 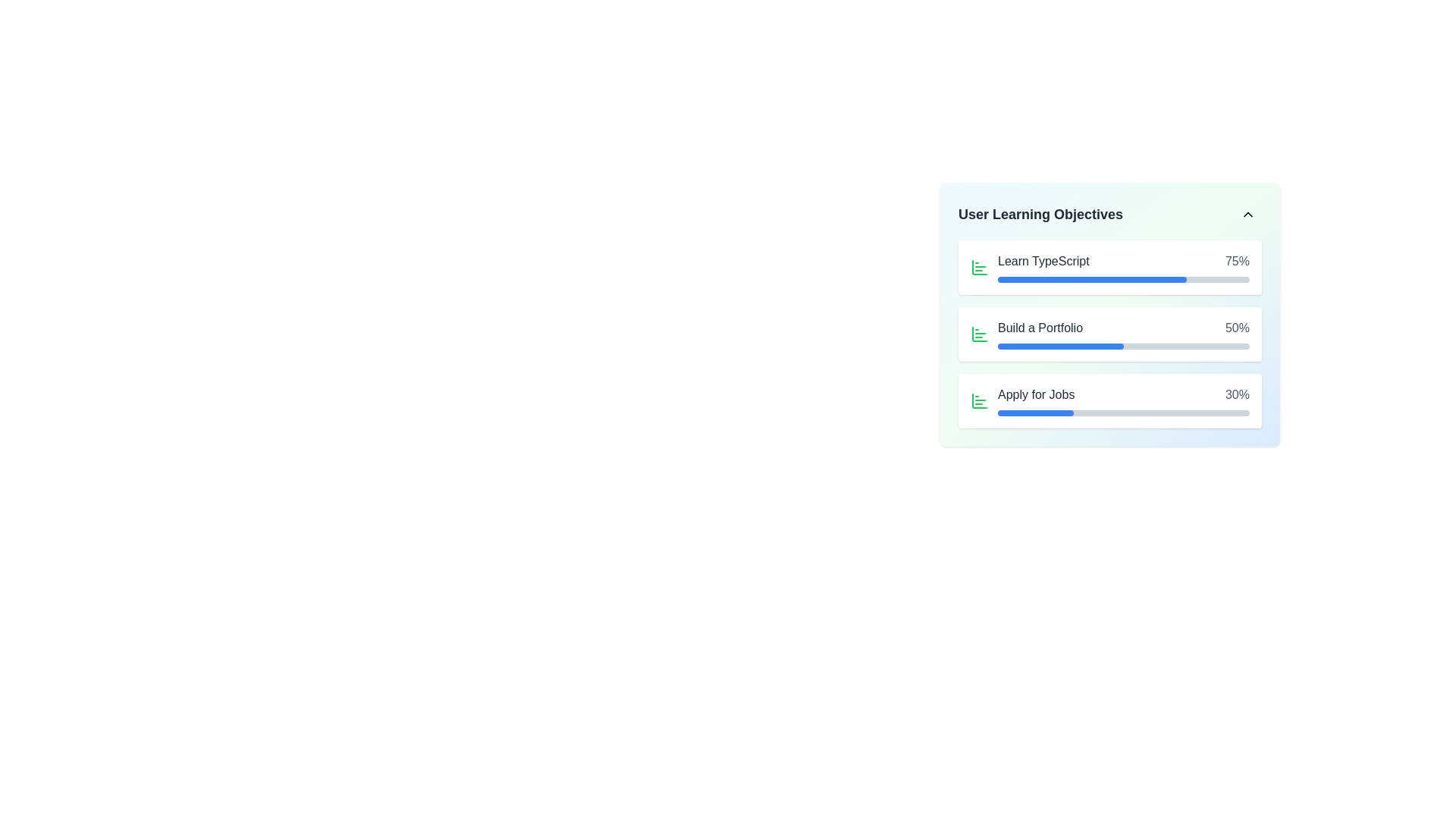 What do you see at coordinates (979, 267) in the screenshot?
I see `the icon representing the learning objective 'Learn TypeScript', which is the first icon located to the left of the item's title and adjacent to the progress bar` at bounding box center [979, 267].